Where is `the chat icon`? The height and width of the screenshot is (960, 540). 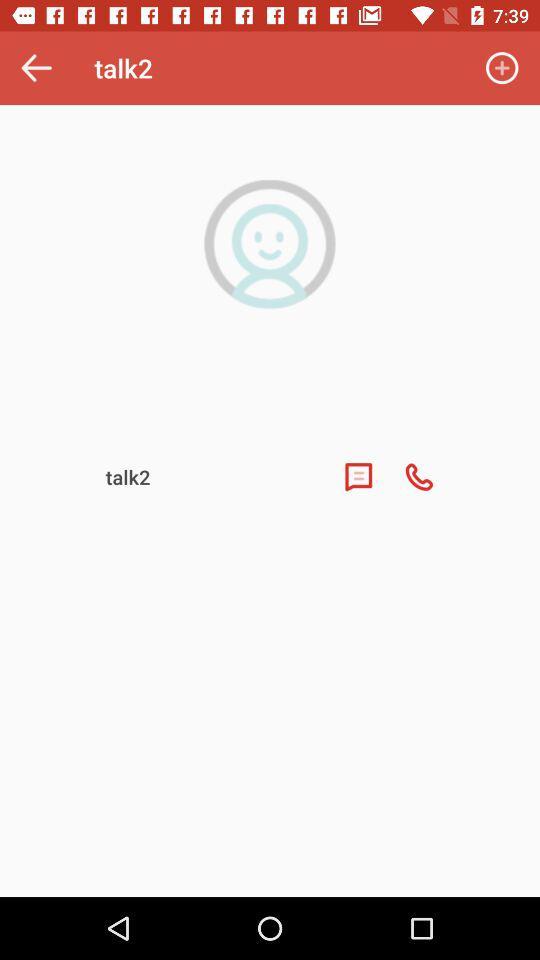 the chat icon is located at coordinates (357, 477).